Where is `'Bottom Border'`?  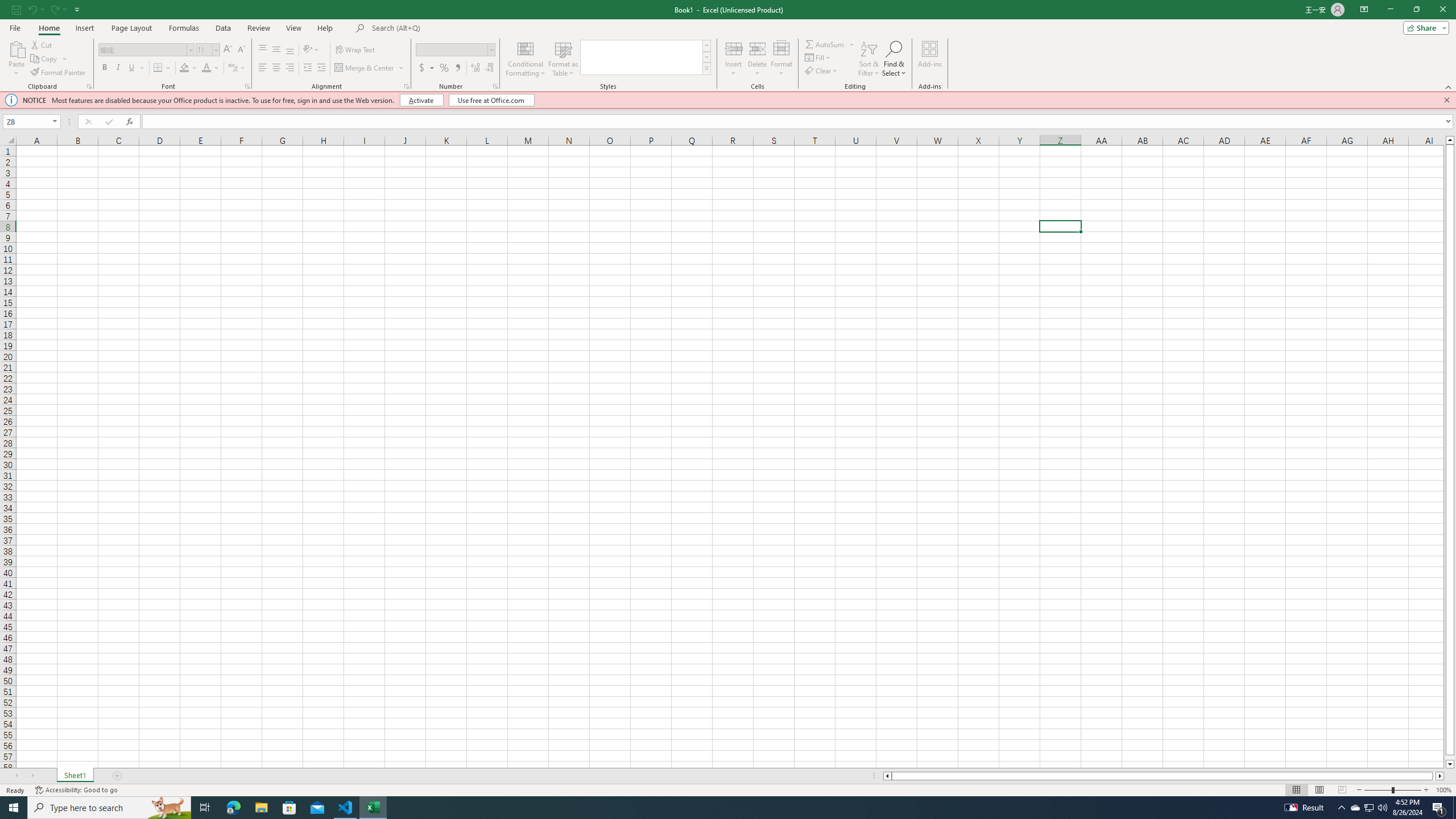 'Bottom Border' is located at coordinates (158, 67).